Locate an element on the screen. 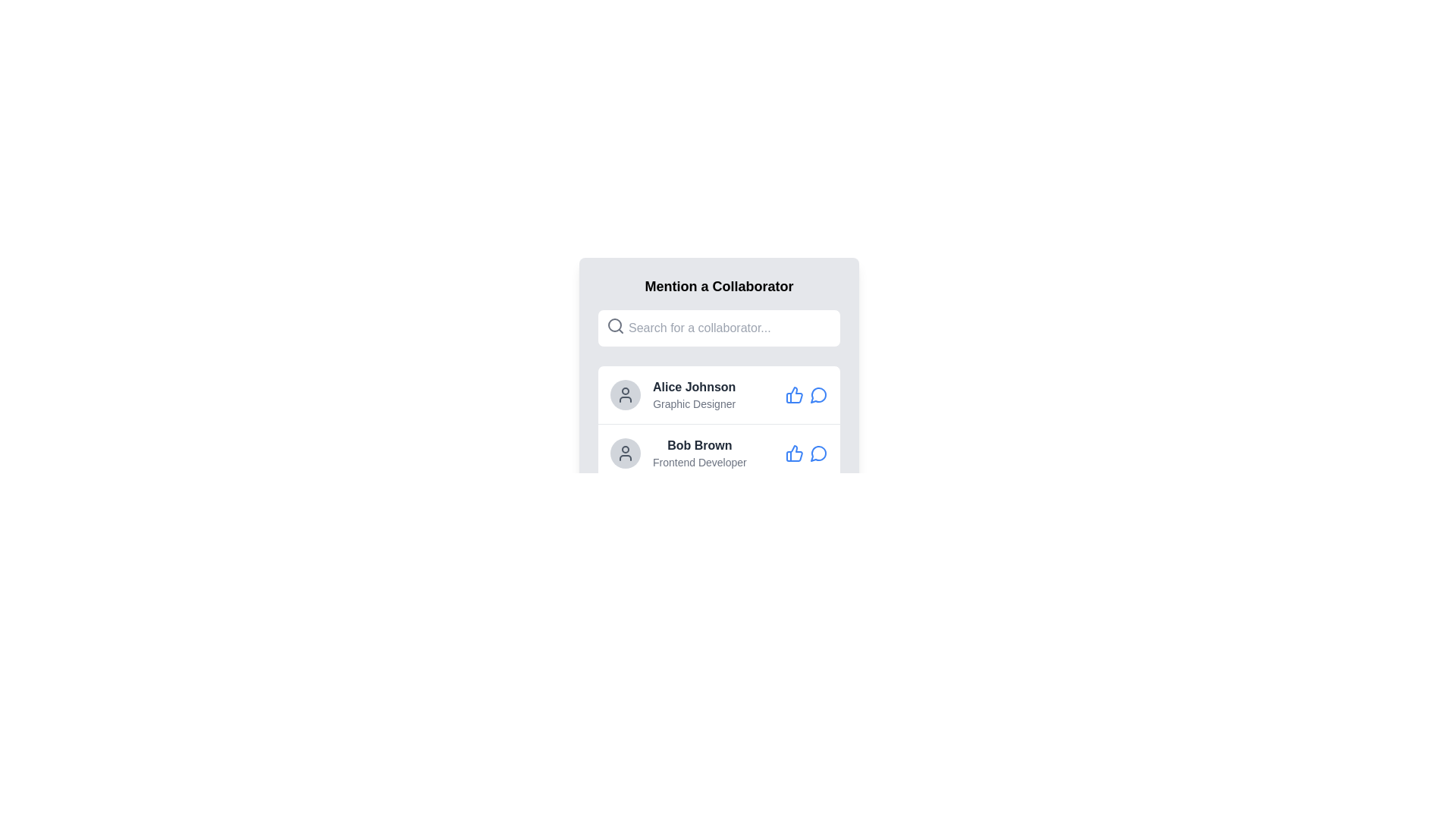  the list entry for 'Bob Brown' which displays 'Frontend Developer' below 'Alice Johnson' under the heading 'Mention a Collaborator' is located at coordinates (698, 452).